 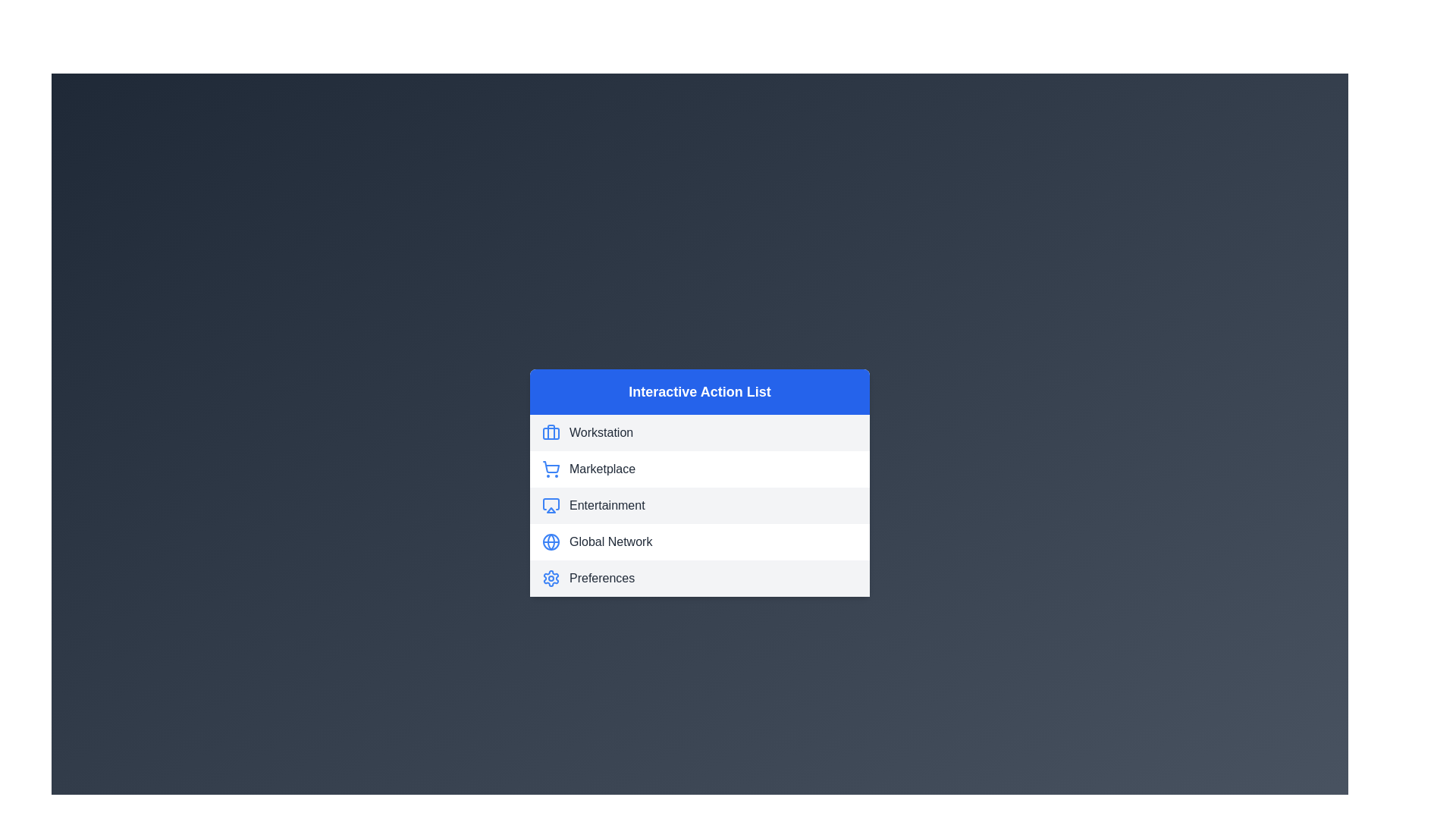 I want to click on text of the 'Workstation' label located in the first option of the 'Interactive Action List' menu, adjacent to the briefcase icon, so click(x=601, y=432).